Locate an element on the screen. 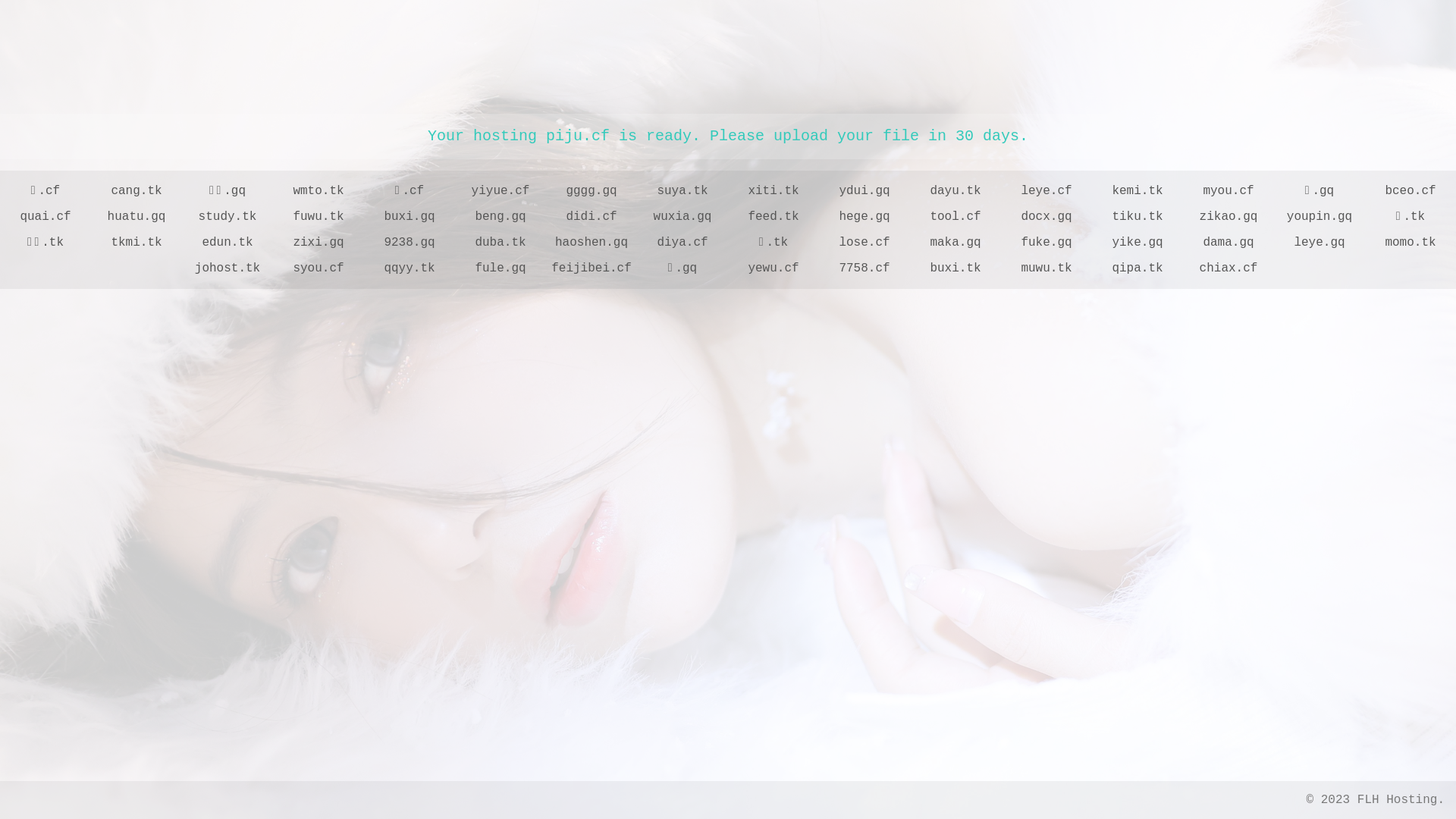  'fuwu.tk' is located at coordinates (318, 216).